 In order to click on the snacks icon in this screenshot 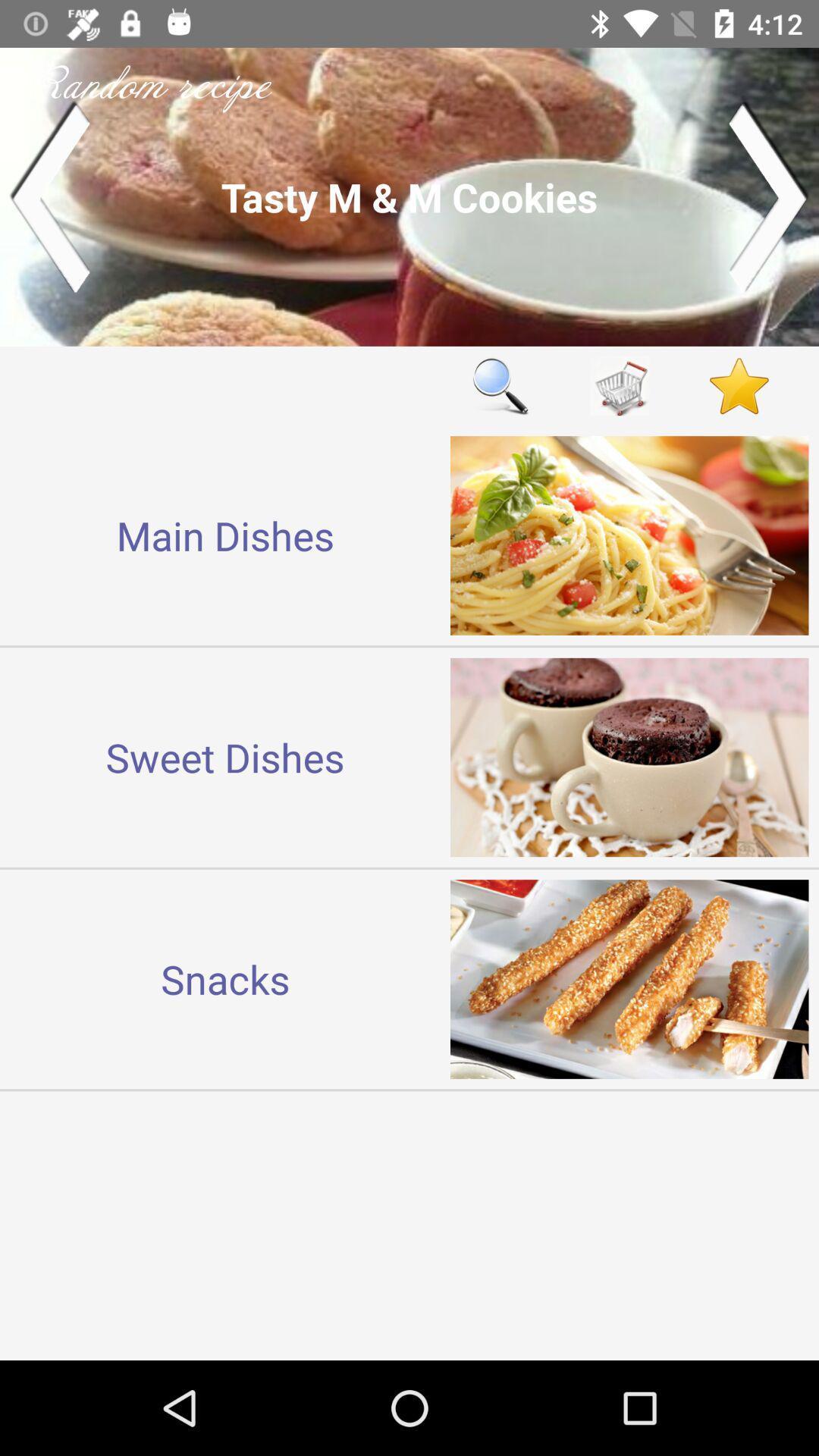, I will do `click(225, 979)`.